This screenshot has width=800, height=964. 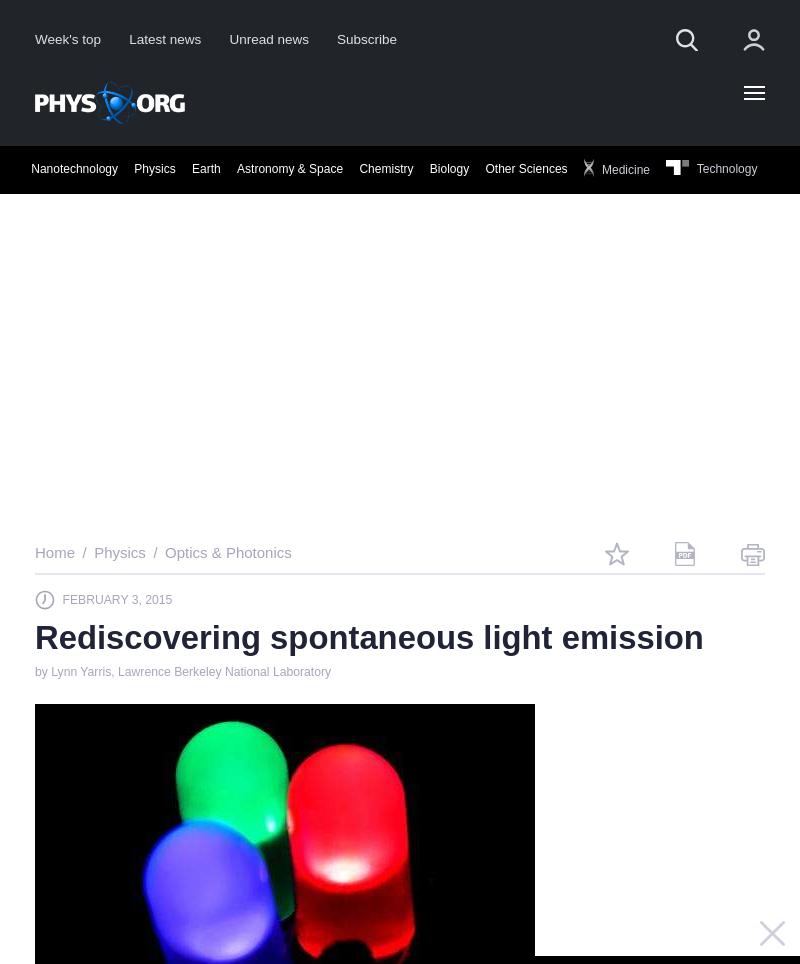 What do you see at coordinates (585, 412) in the screenshot?
I see `'Sign up'` at bounding box center [585, 412].